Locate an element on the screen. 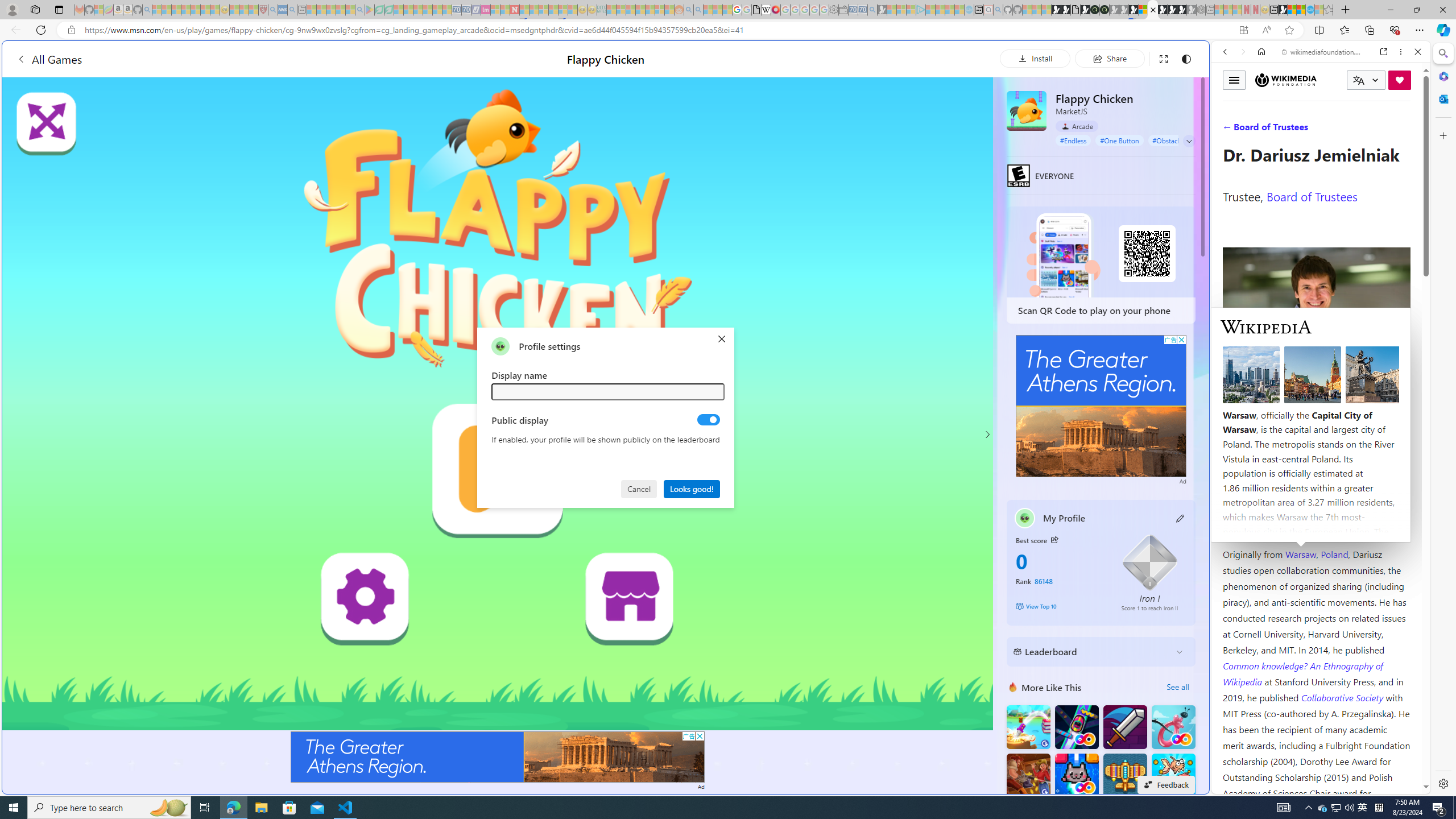 This screenshot has height=819, width=1456. '#Obstacle Course' is located at coordinates (1178, 139).